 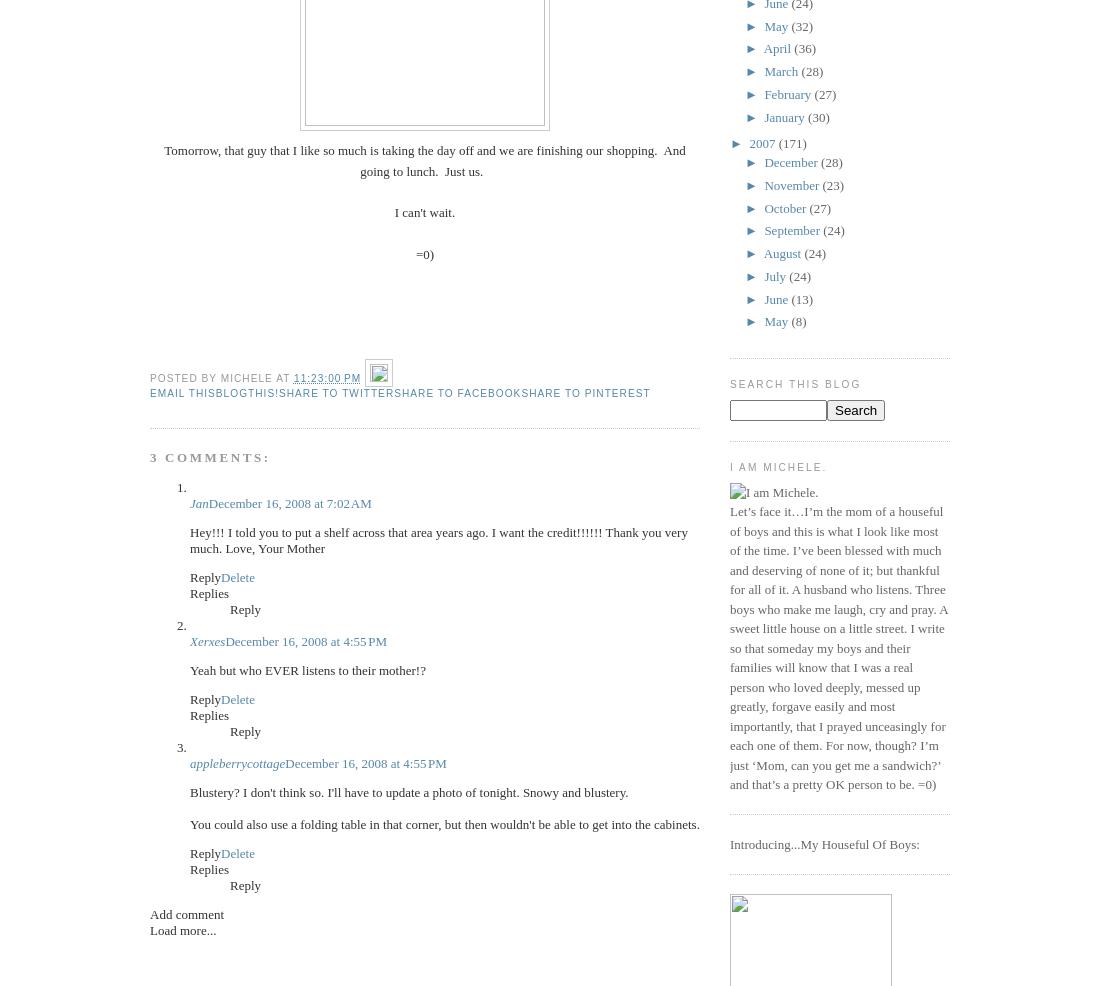 What do you see at coordinates (789, 93) in the screenshot?
I see `'February'` at bounding box center [789, 93].